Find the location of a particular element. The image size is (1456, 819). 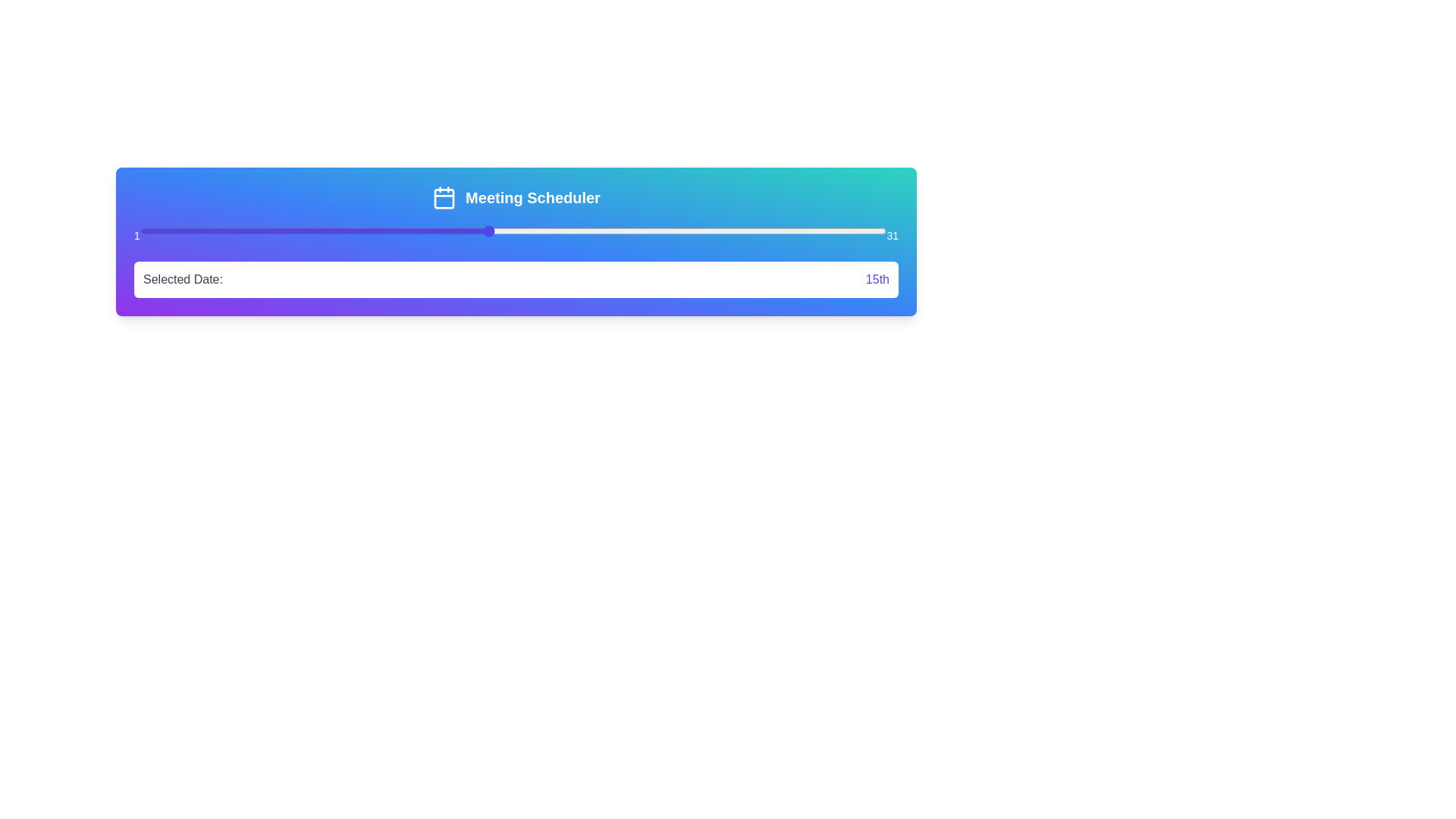

the date is located at coordinates (613, 231).